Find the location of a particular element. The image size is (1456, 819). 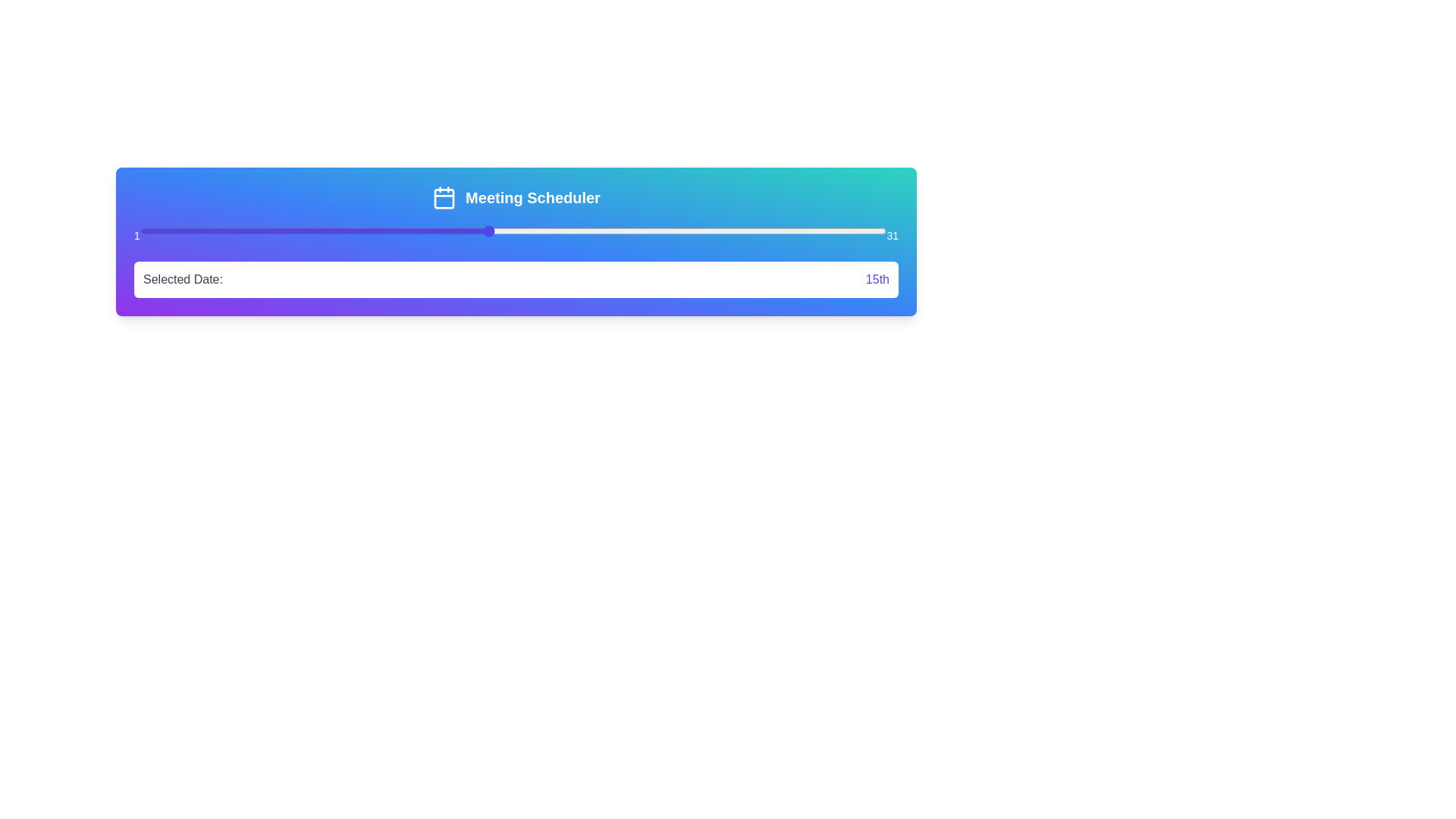

the date is located at coordinates (613, 231).